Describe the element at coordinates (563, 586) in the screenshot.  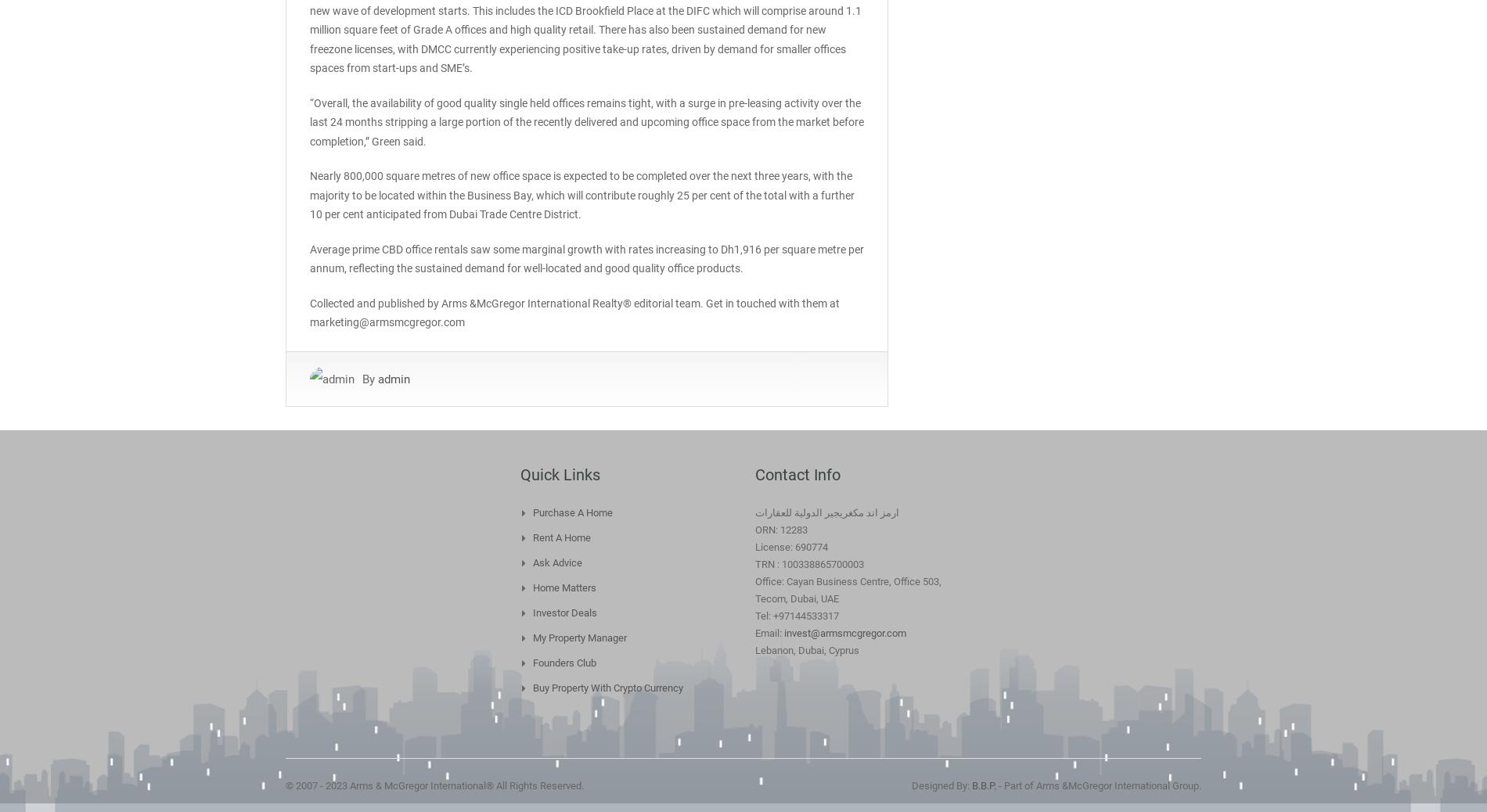
I see `'Home Matters'` at that location.